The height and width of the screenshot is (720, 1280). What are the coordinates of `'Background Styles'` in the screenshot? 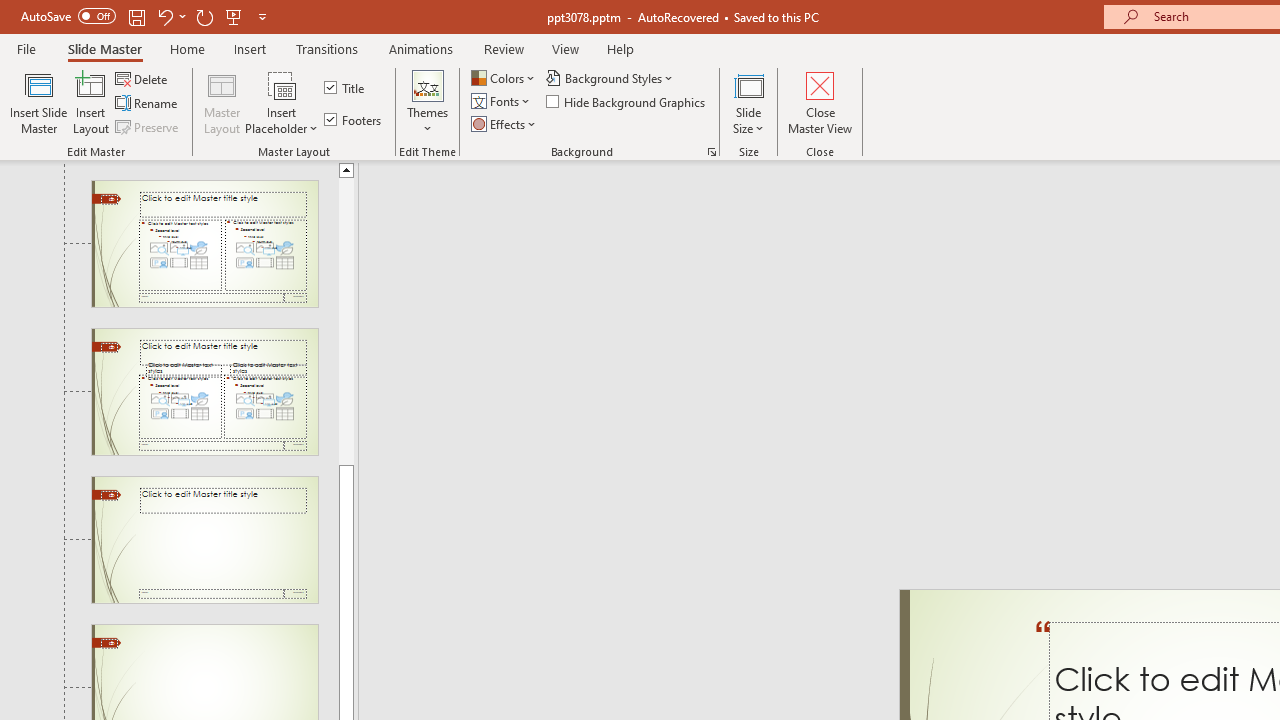 It's located at (610, 77).